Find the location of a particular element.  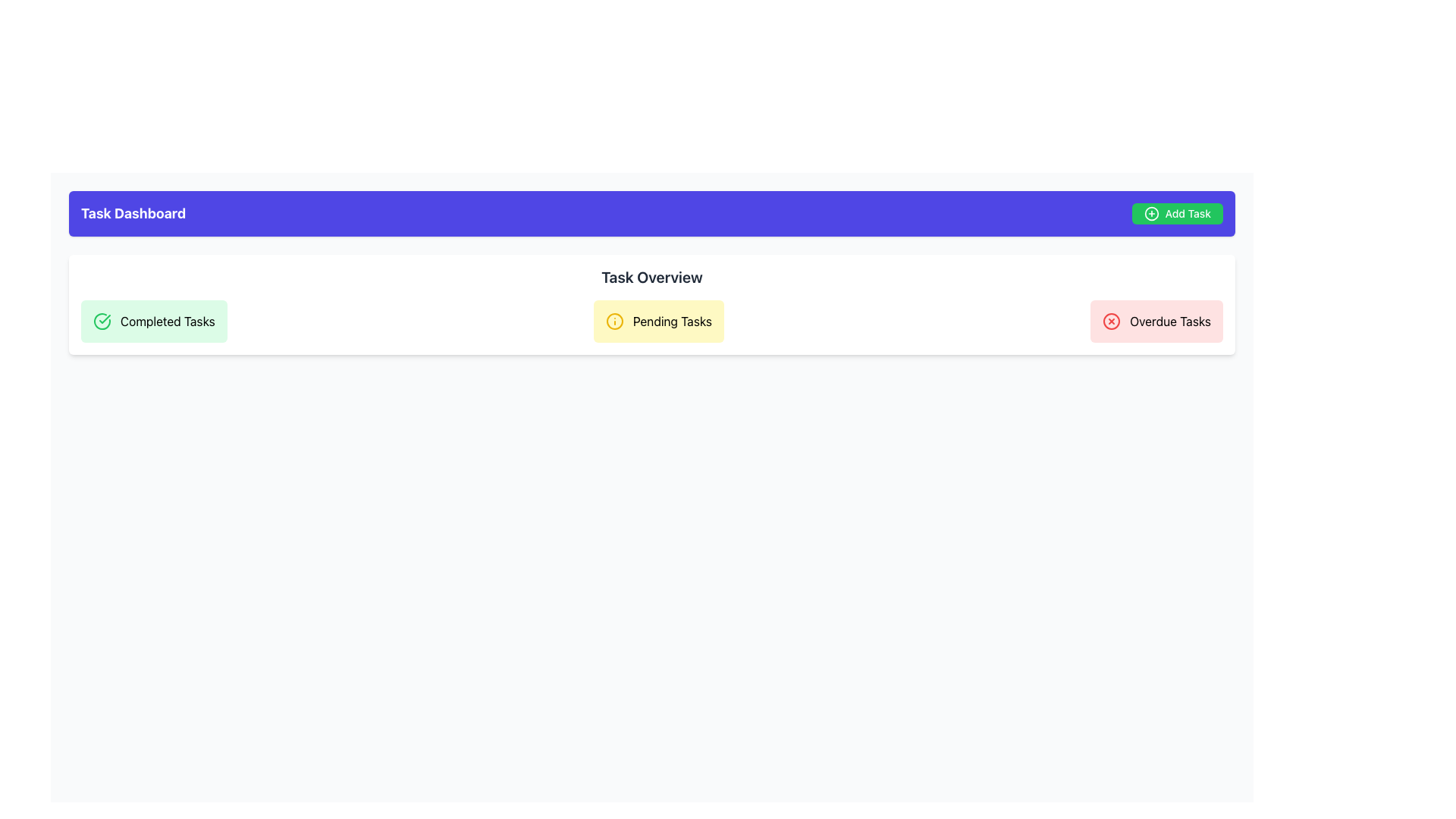

the outer circle of the SVG icon in the 'Completed Tasks' section of the 'Task Overview' to indicate completion or success is located at coordinates (101, 321).